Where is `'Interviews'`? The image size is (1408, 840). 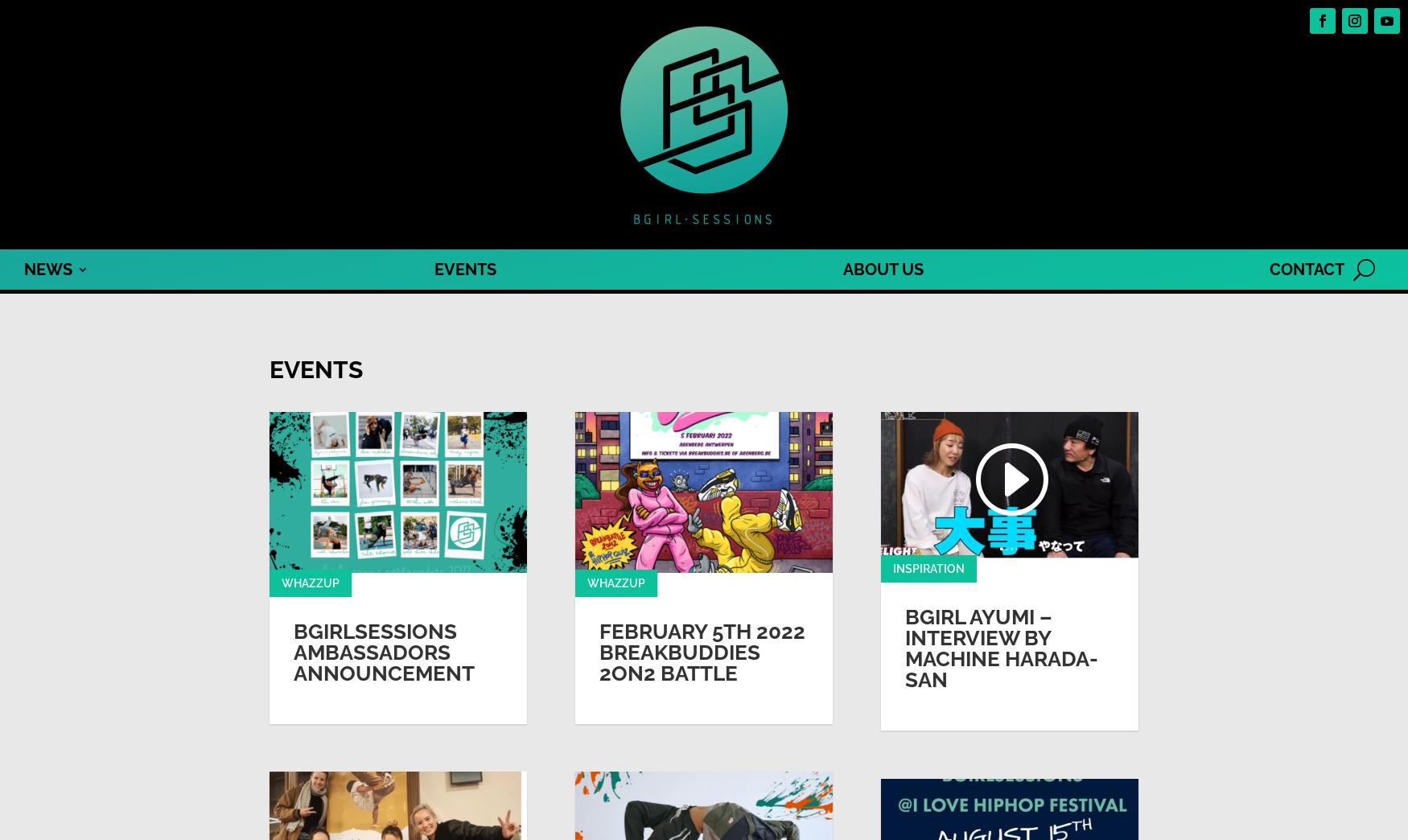
'Interviews' is located at coordinates (46, 379).